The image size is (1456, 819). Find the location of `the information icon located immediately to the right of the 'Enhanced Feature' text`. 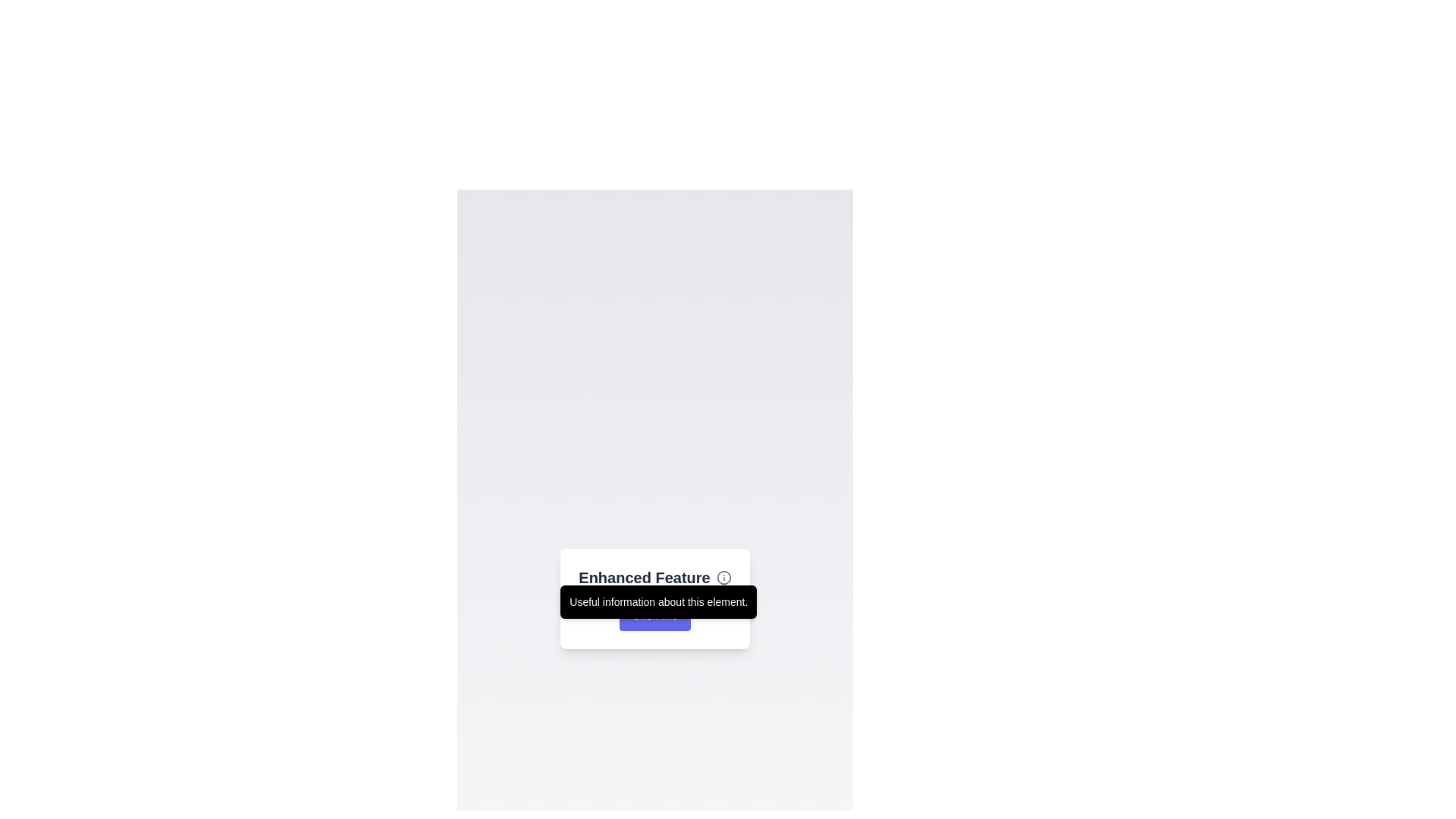

the information icon located immediately to the right of the 'Enhanced Feature' text is located at coordinates (723, 578).